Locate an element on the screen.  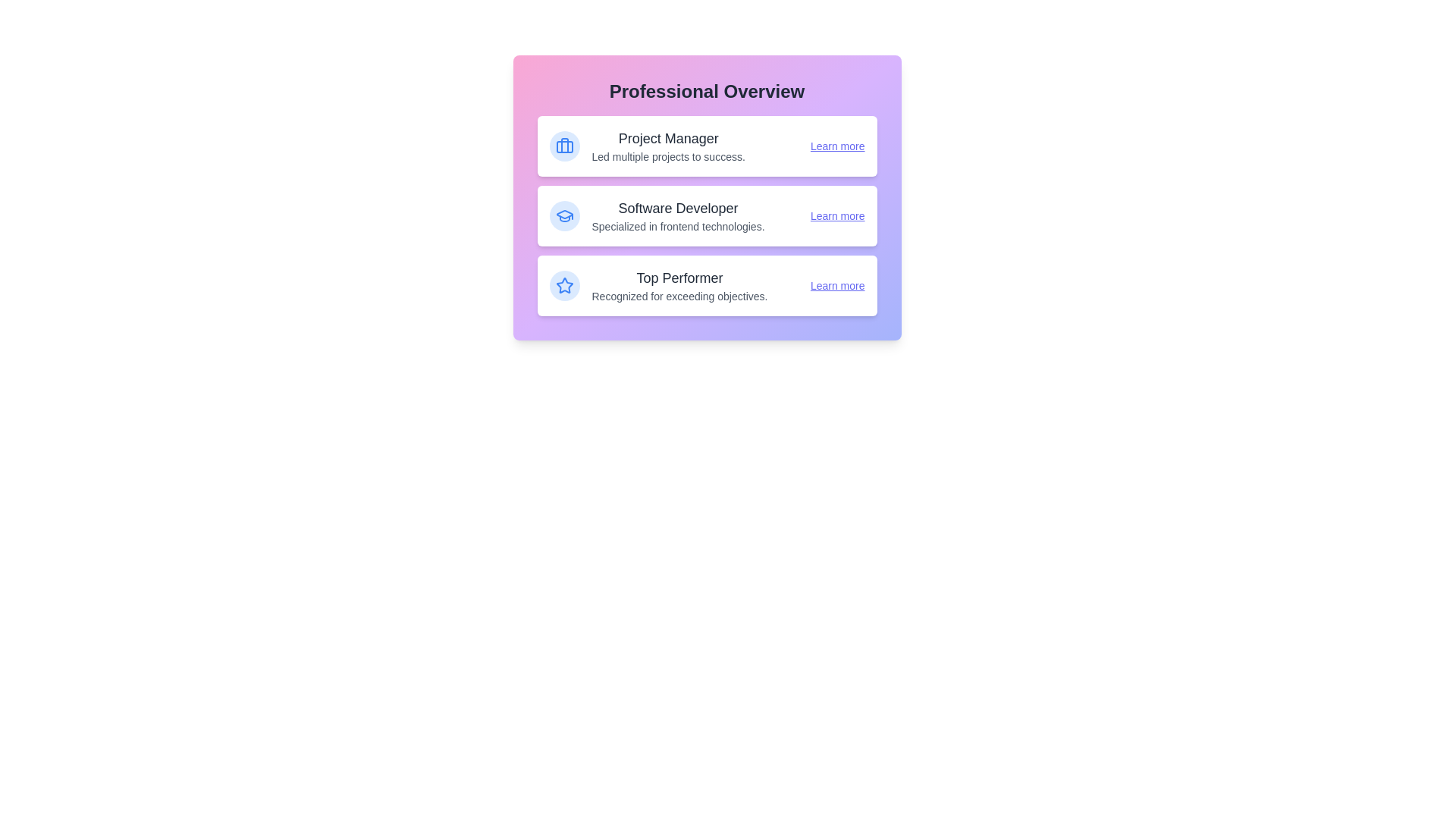
the 'Learn more' link for the Top Performer profile is located at coordinates (836, 286).